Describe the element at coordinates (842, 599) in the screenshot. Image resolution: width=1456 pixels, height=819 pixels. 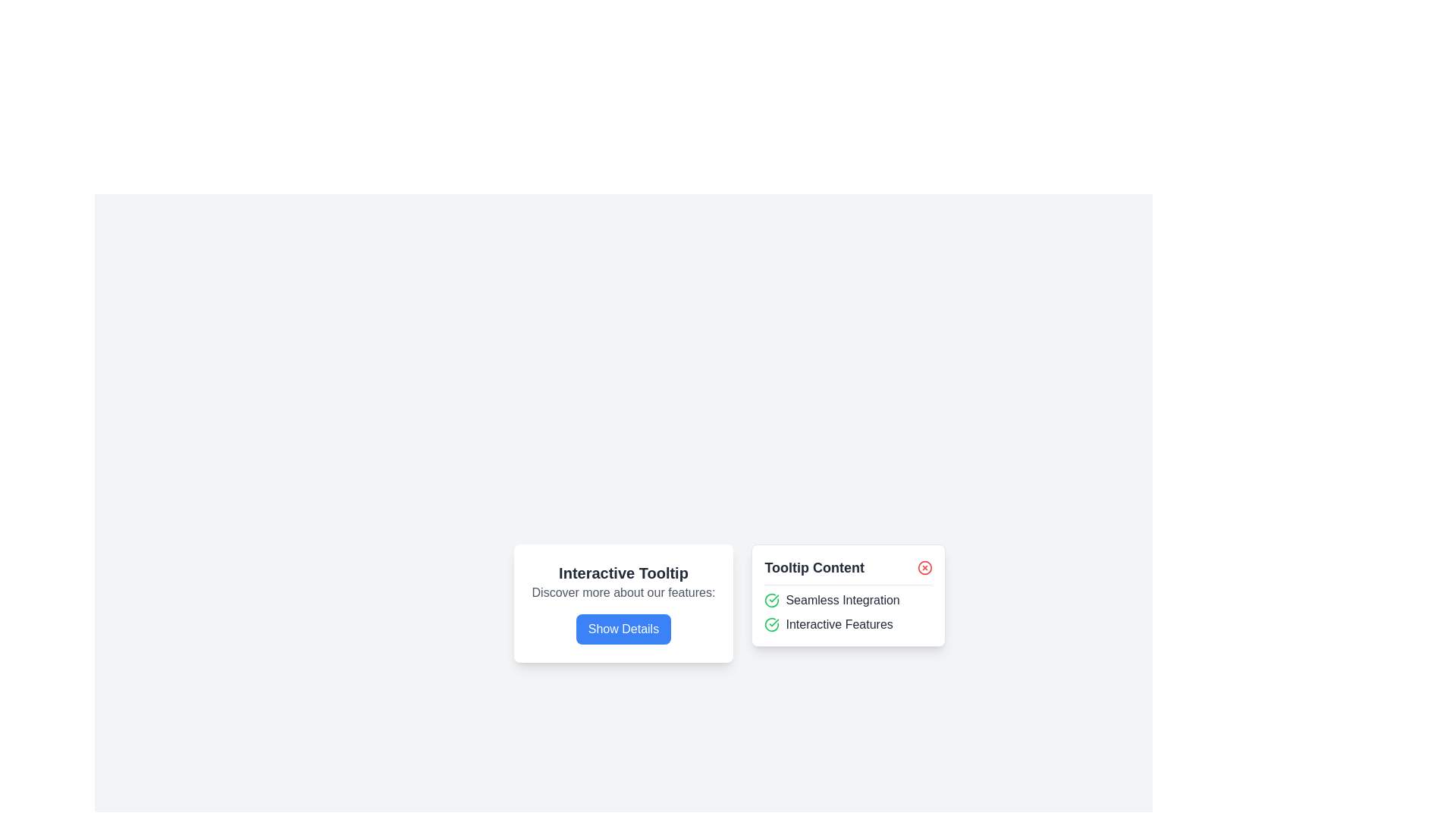
I see `the text label 'Seamless Integration' located in the 'Tooltip Content' section, positioned to the right of a green checkmark icon` at that location.